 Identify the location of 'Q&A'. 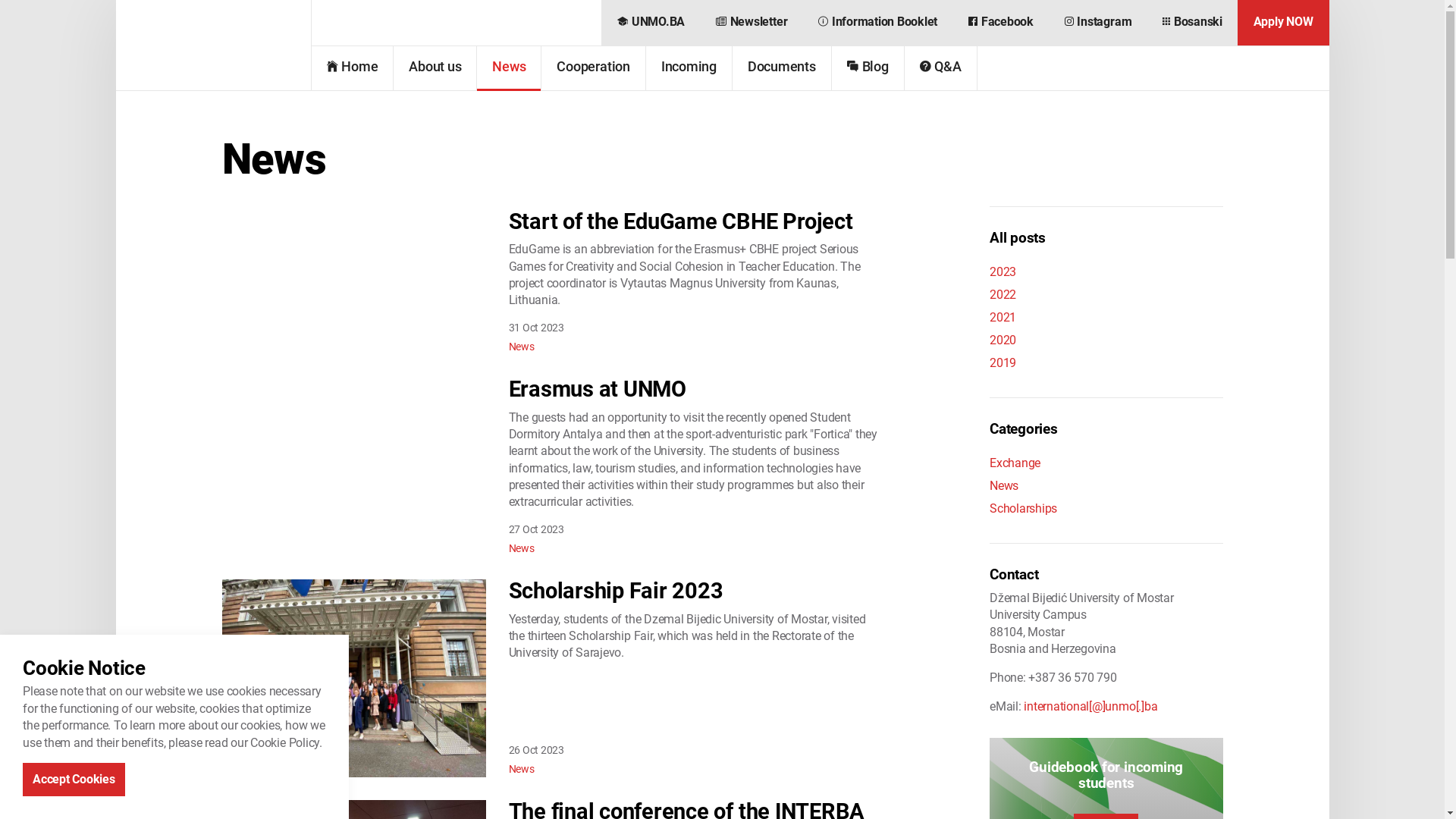
(940, 67).